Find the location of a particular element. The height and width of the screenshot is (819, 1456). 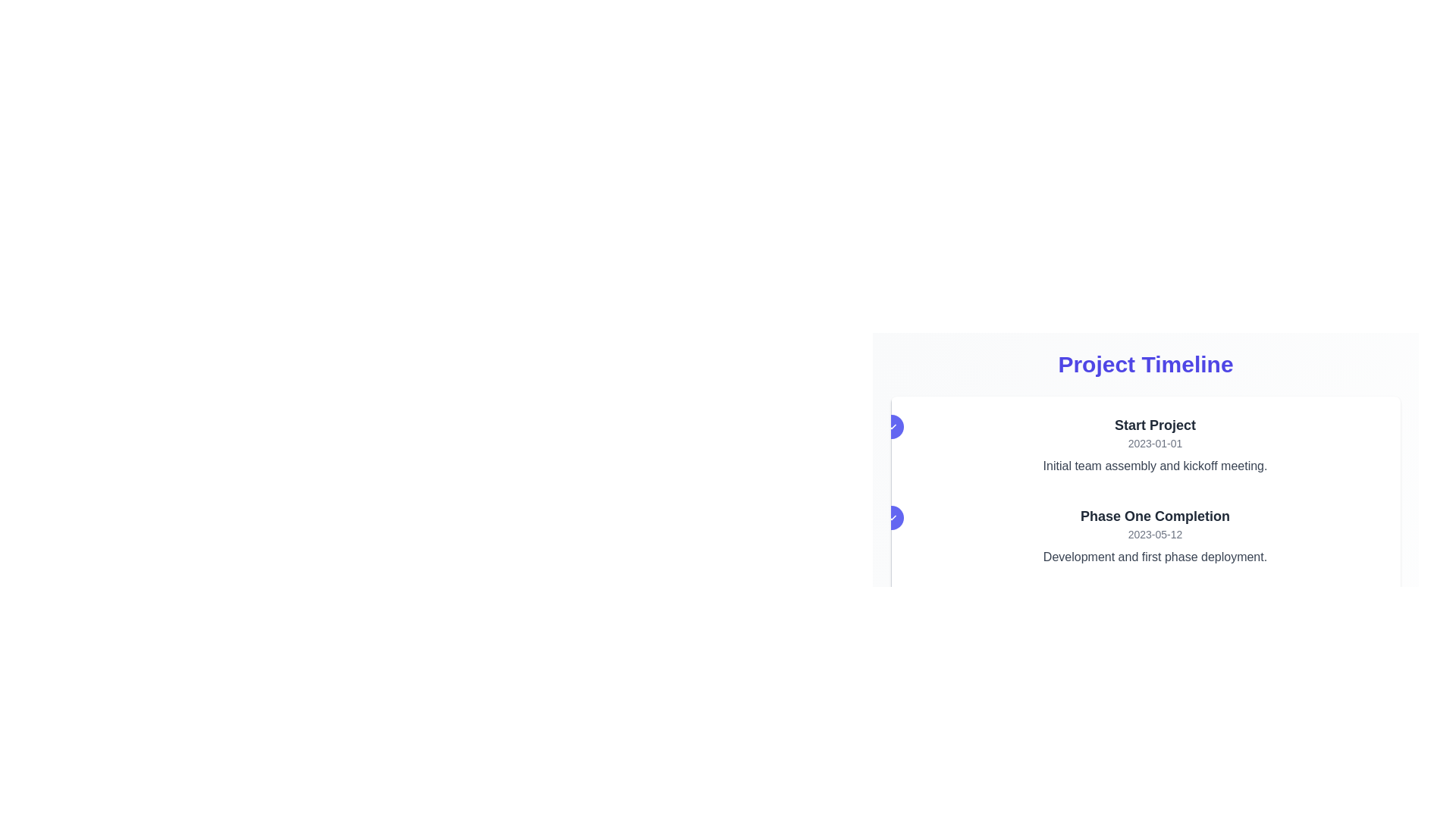

the decorative button indicator located on the left side of the timeline entry labeled 'Start Project', positioned before the text block containing '2023-01-01' and 'Initial team assembly and kickoff meeting' is located at coordinates (892, 427).